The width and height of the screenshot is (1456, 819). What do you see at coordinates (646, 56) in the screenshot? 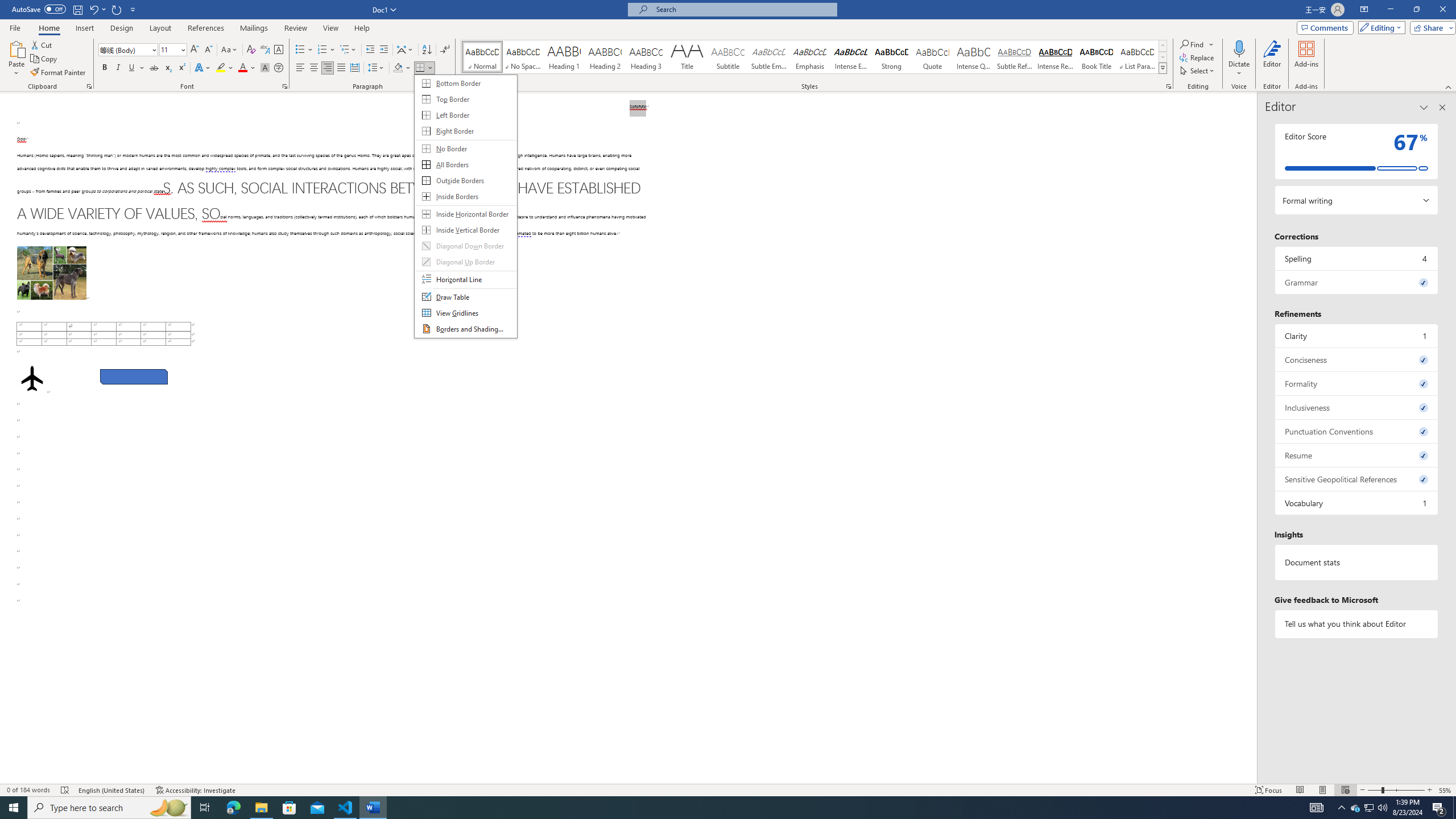
I see `'Heading 3'` at bounding box center [646, 56].